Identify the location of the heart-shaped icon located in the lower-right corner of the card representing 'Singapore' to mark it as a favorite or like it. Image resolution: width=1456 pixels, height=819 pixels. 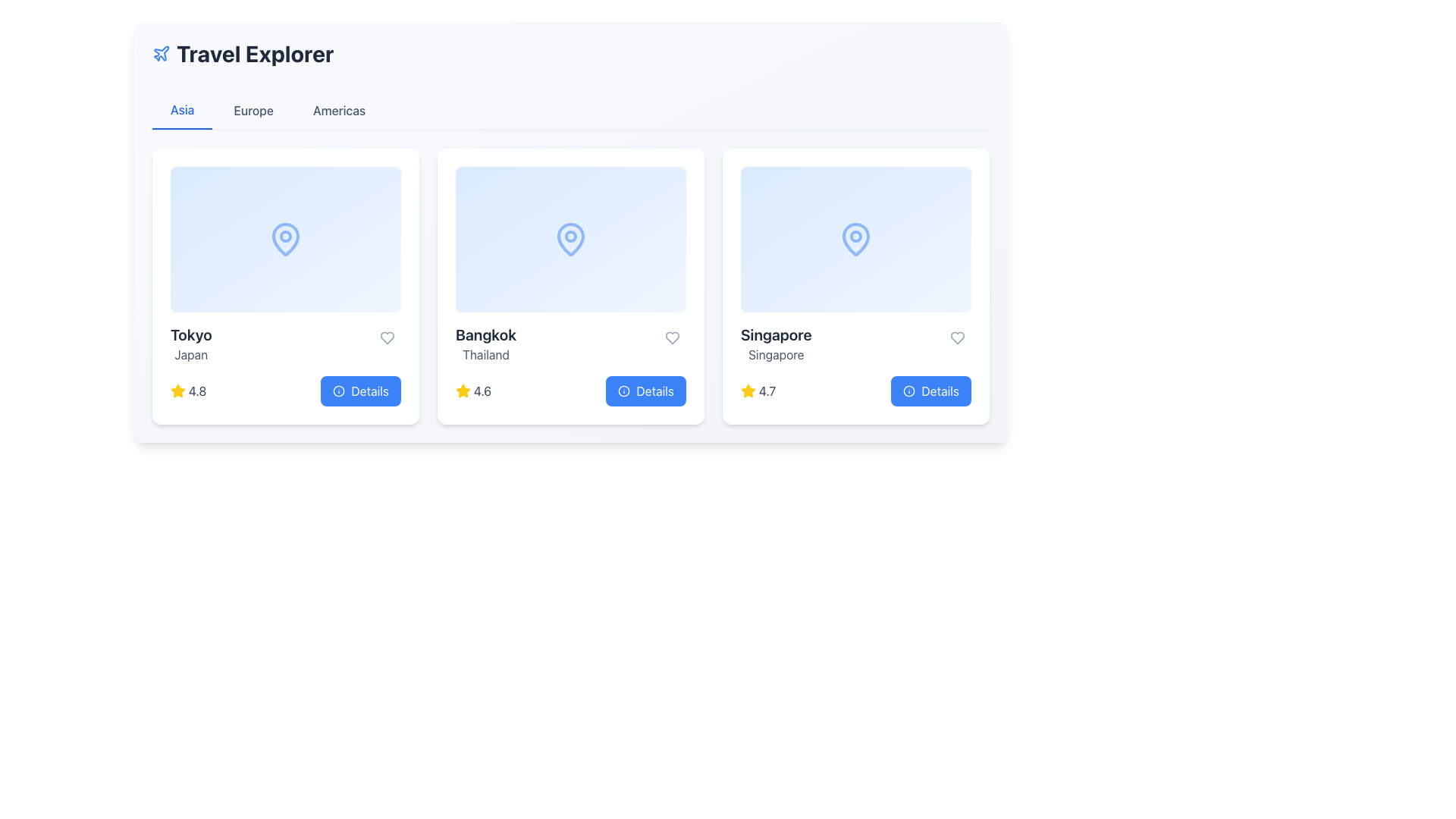
(956, 337).